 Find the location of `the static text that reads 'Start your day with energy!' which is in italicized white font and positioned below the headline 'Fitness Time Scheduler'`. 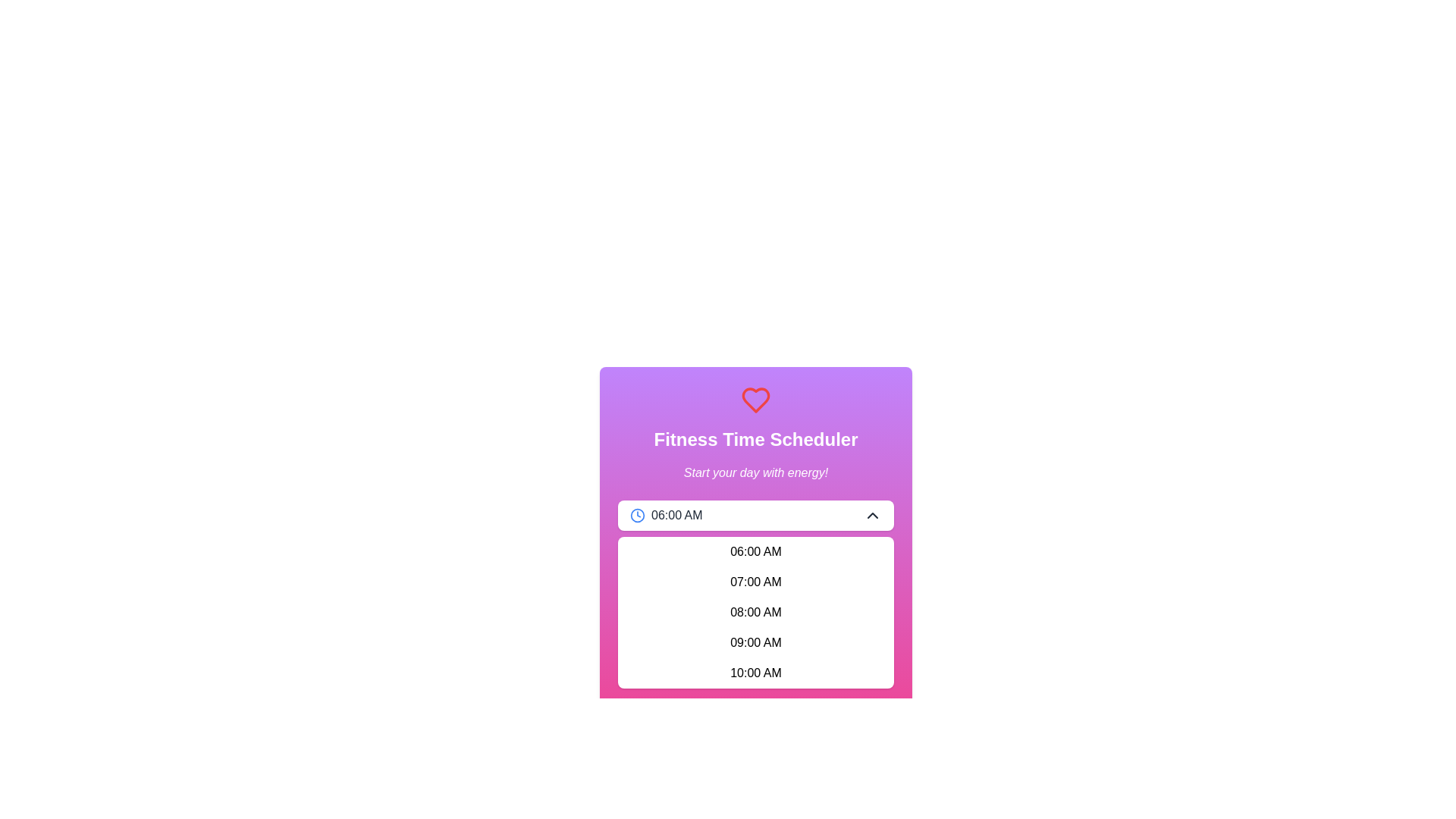

the static text that reads 'Start your day with energy!' which is in italicized white font and positioned below the headline 'Fitness Time Scheduler' is located at coordinates (756, 472).